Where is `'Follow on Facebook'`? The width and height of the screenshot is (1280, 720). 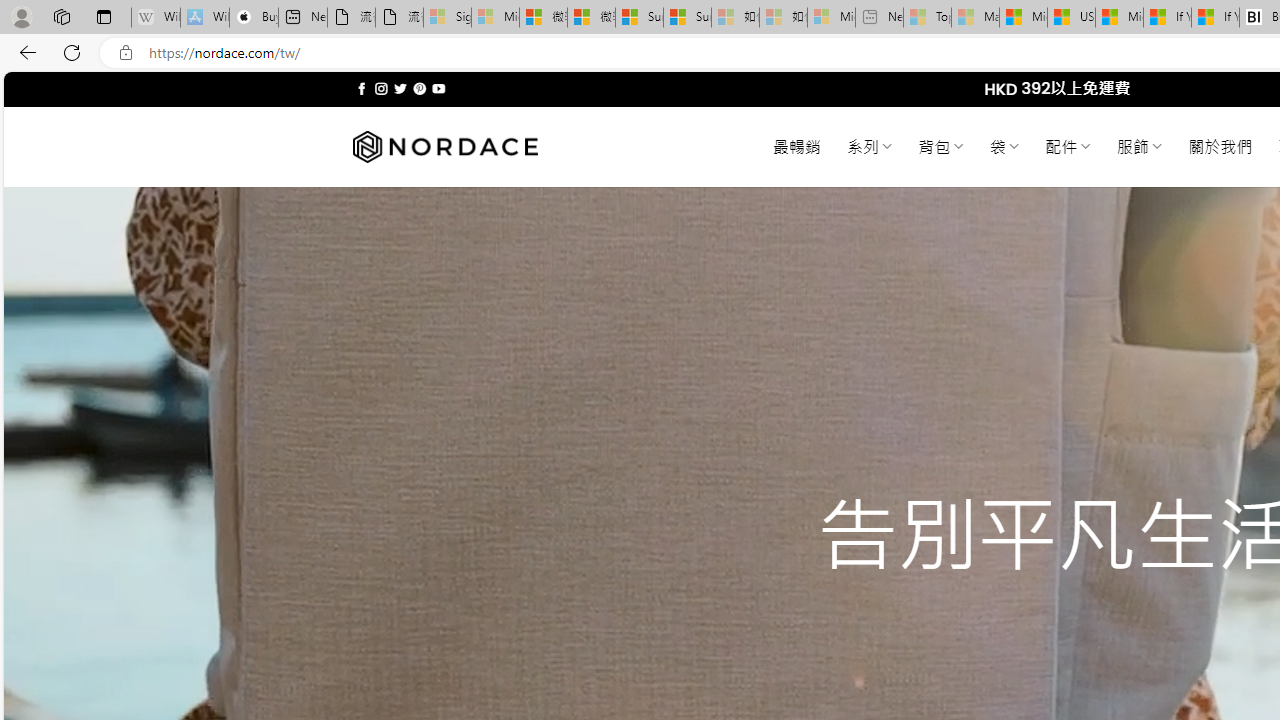 'Follow on Facebook' is located at coordinates (362, 88).